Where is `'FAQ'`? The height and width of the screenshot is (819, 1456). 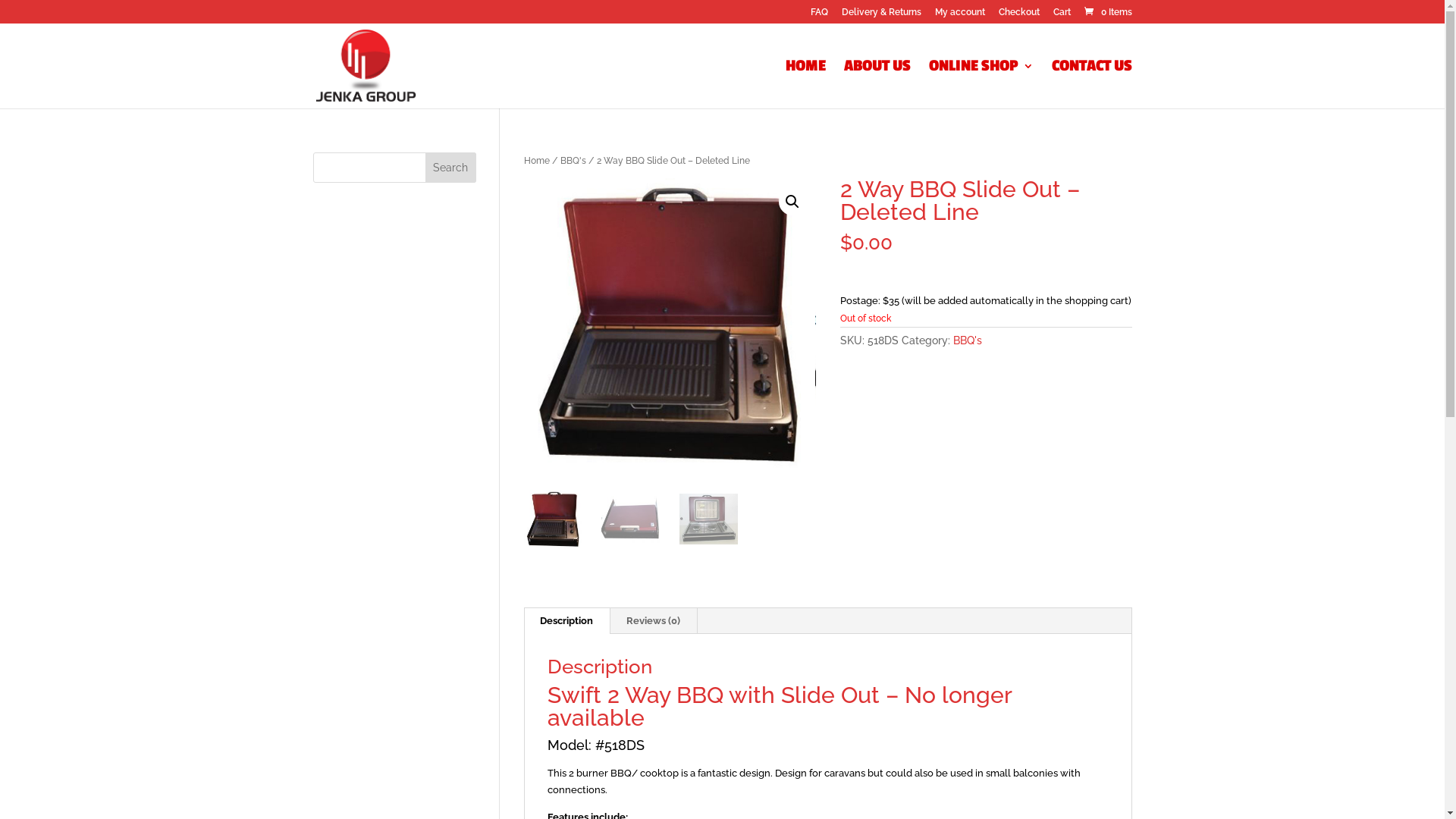 'FAQ' is located at coordinates (817, 15).